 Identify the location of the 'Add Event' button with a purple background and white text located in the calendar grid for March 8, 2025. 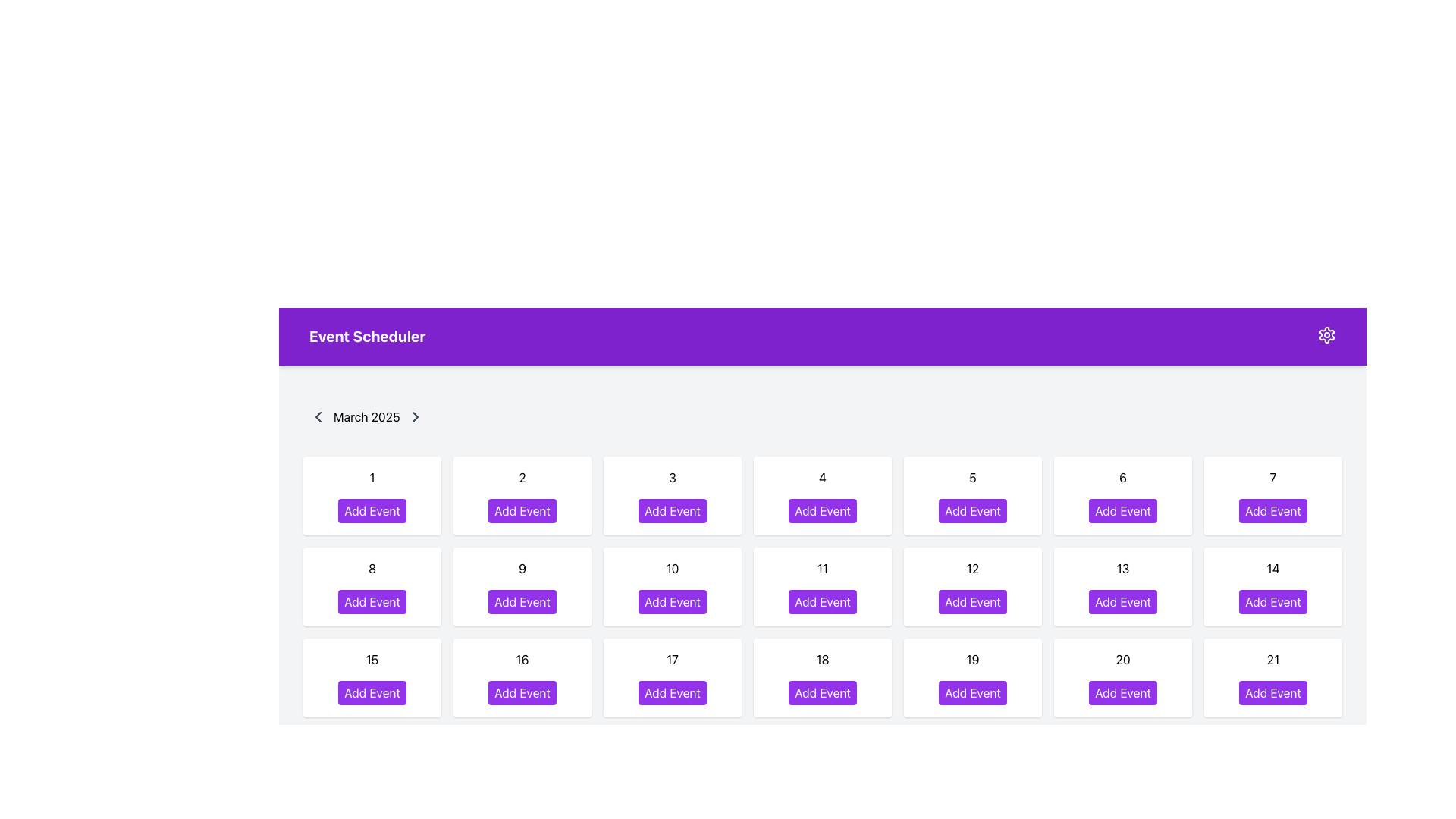
(372, 601).